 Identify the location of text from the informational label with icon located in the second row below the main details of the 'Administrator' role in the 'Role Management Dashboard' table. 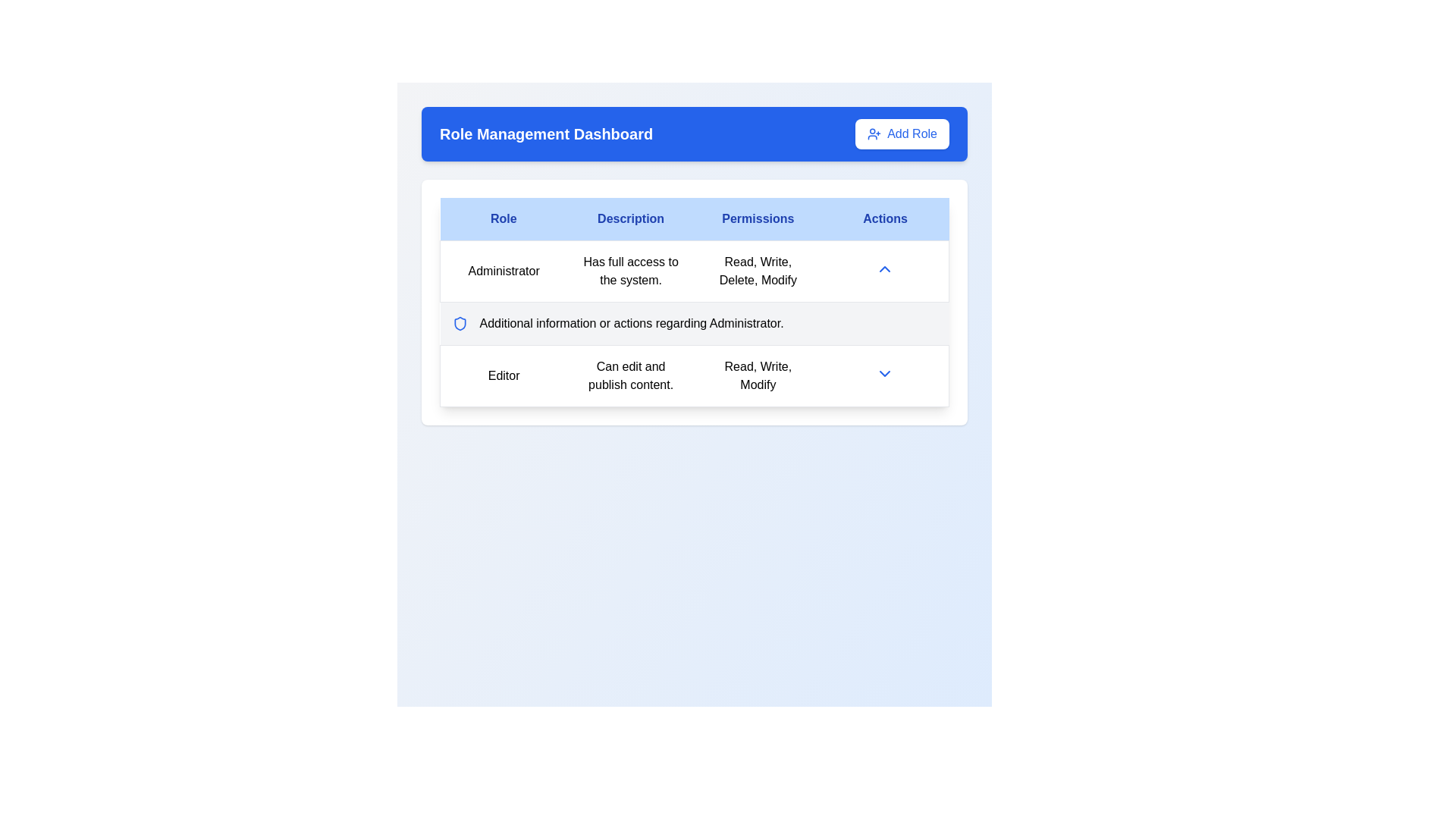
(694, 323).